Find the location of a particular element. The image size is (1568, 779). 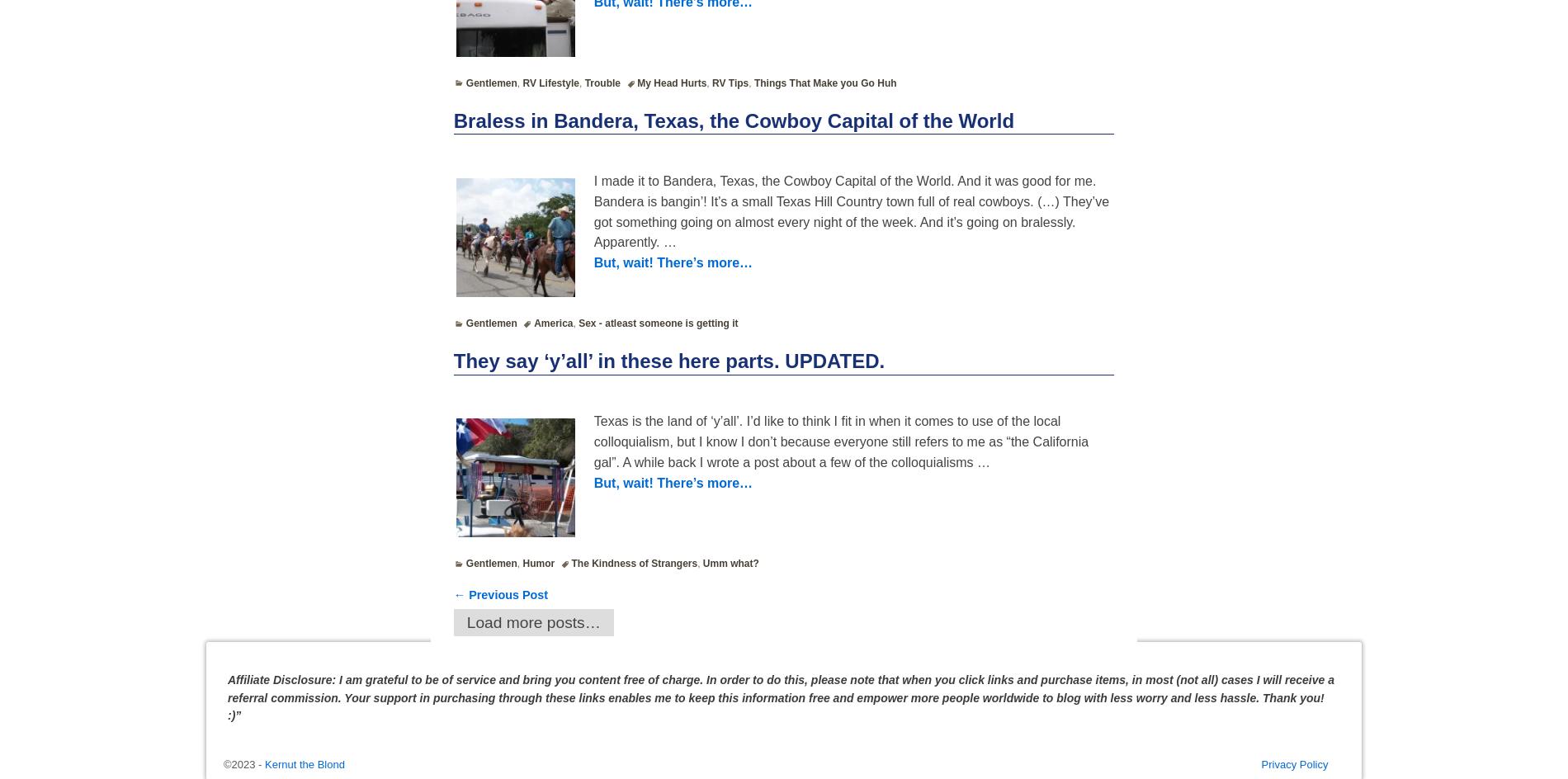

'They say ‘y’all’ in these here parts. UPDATED.' is located at coordinates (668, 359).